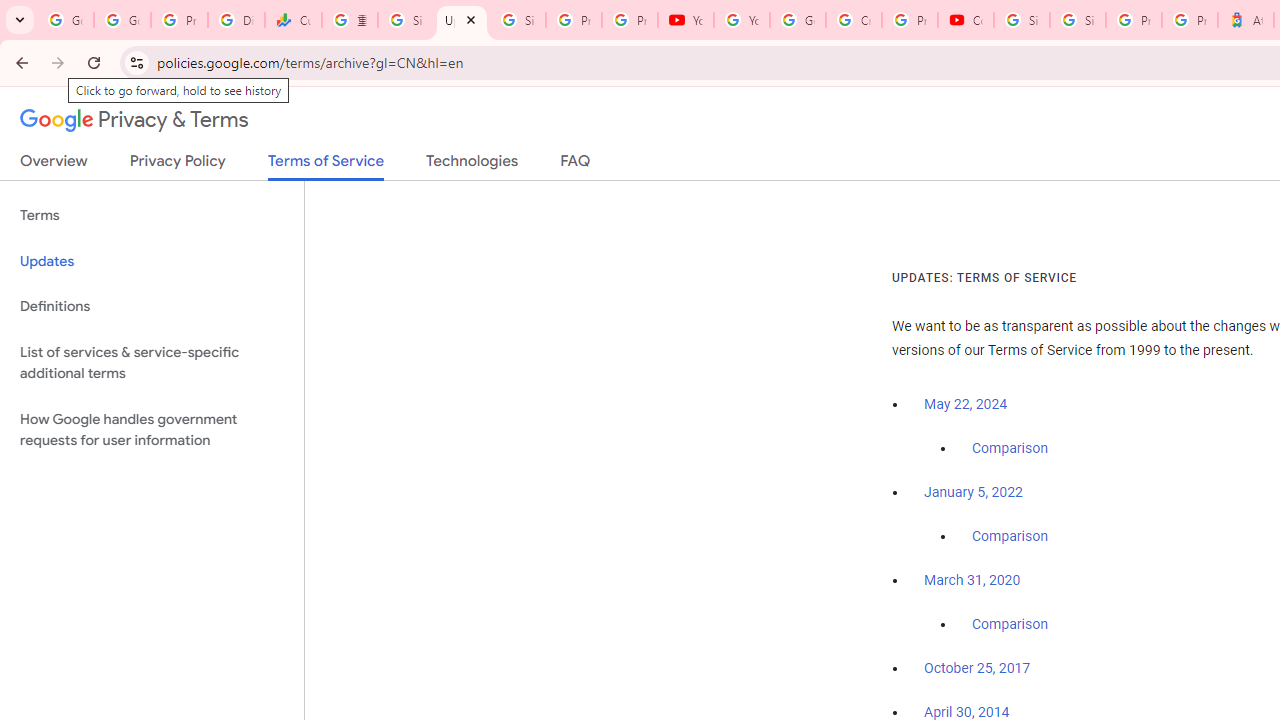 This screenshot has width=1280, height=720. Describe the element at coordinates (686, 20) in the screenshot. I see `'YouTube'` at that location.